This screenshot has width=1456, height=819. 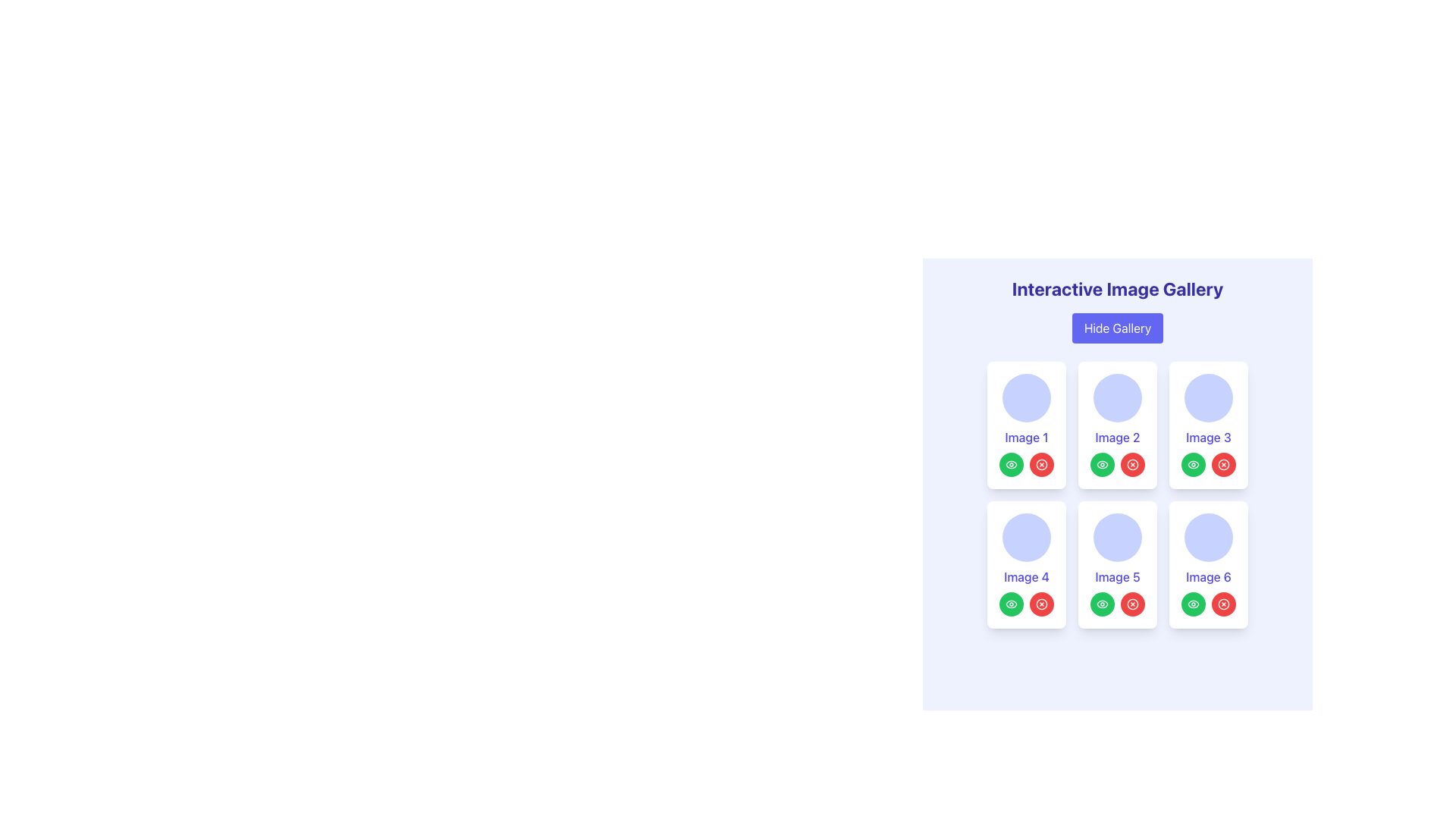 I want to click on the button located in the bottom left corner of the card for 'Image 1' in the interactive image gallery, so click(x=1012, y=464).